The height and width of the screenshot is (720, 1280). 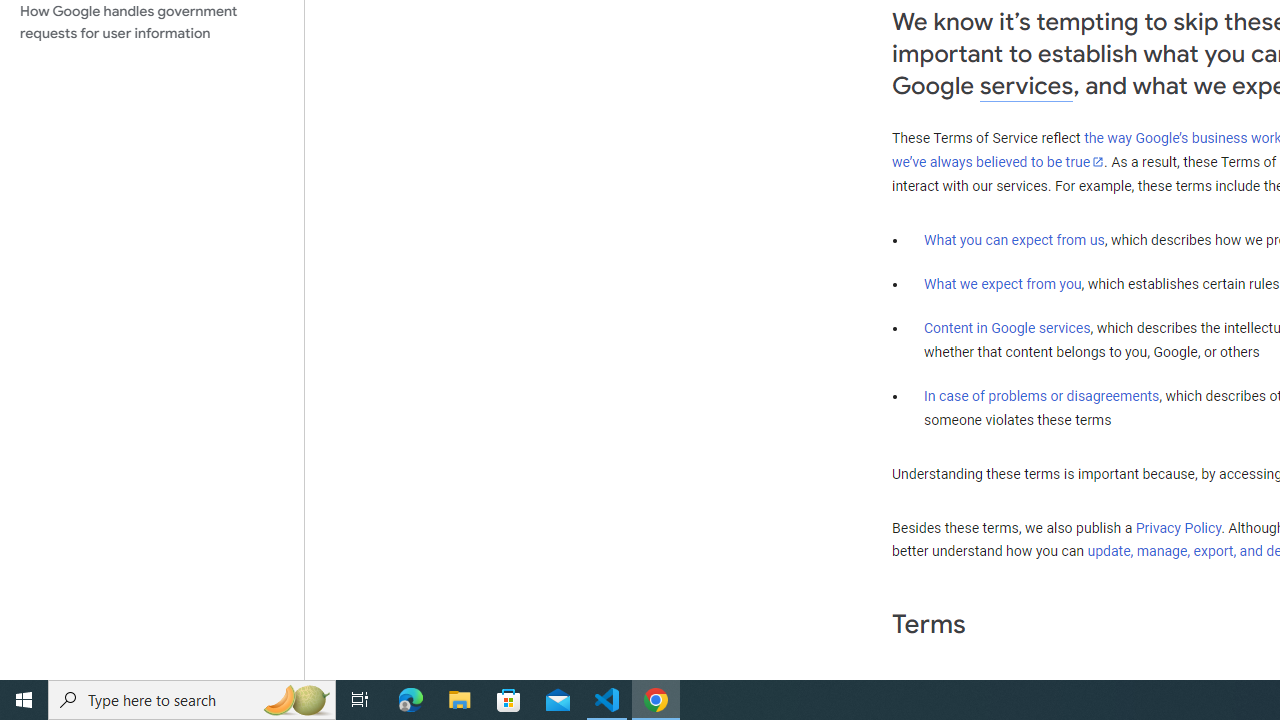 I want to click on 'What we expect from you', so click(x=1002, y=284).